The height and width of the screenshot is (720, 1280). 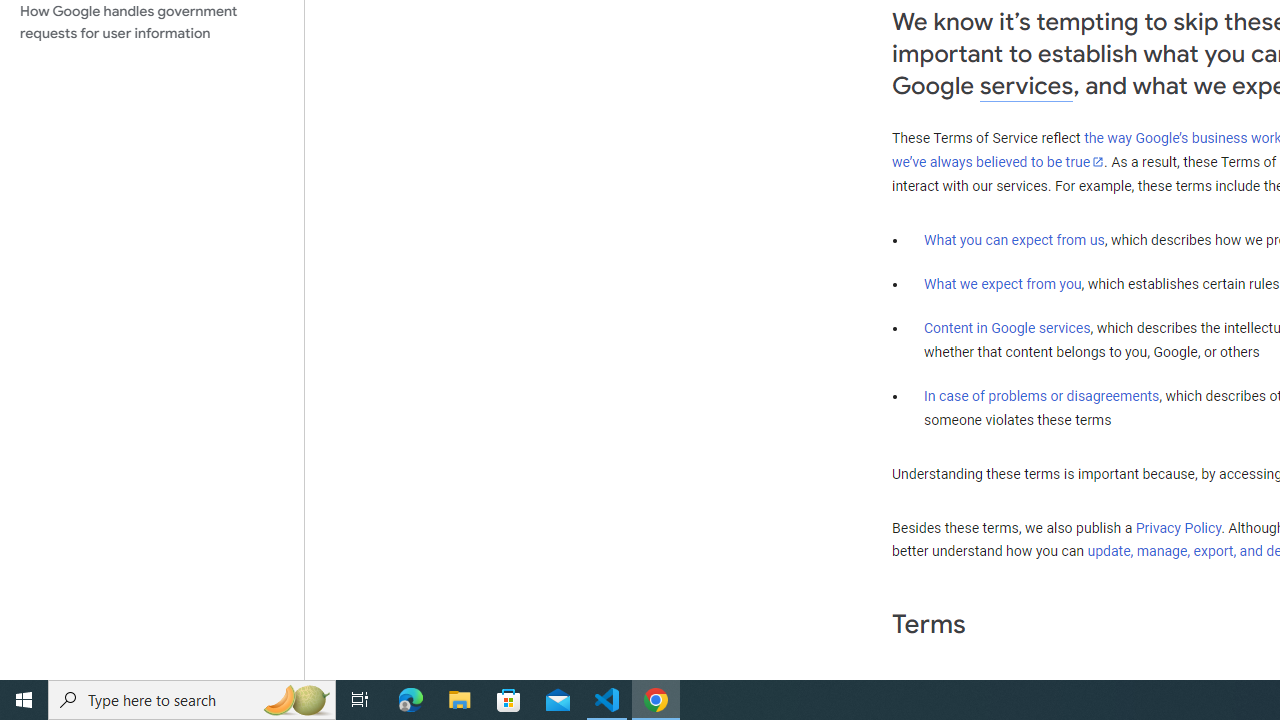 I want to click on 'What we expect from you', so click(x=1002, y=284).